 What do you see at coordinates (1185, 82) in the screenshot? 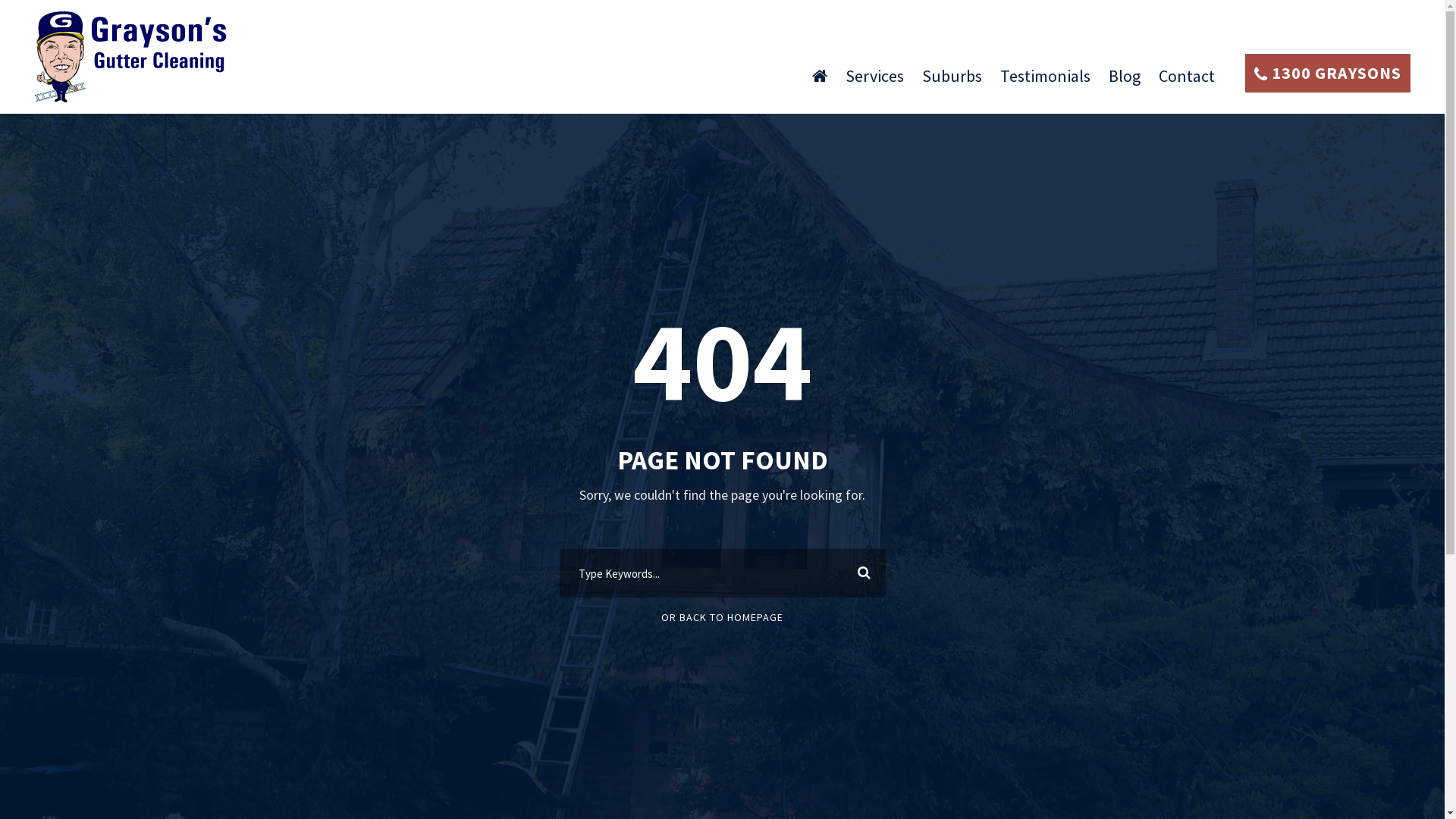
I see `'Contact'` at bounding box center [1185, 82].